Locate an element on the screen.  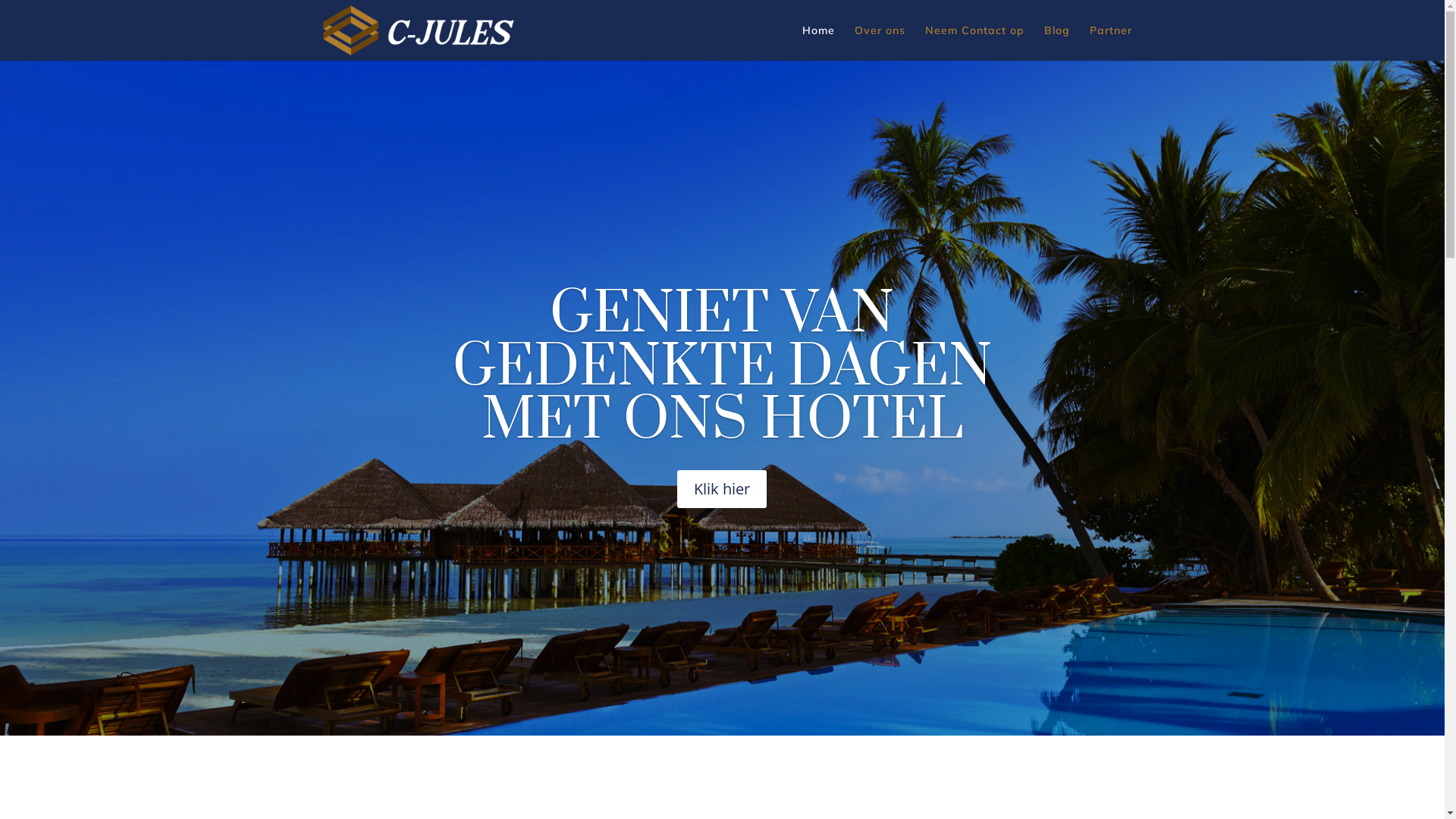
'Blog' is located at coordinates (1043, 42).